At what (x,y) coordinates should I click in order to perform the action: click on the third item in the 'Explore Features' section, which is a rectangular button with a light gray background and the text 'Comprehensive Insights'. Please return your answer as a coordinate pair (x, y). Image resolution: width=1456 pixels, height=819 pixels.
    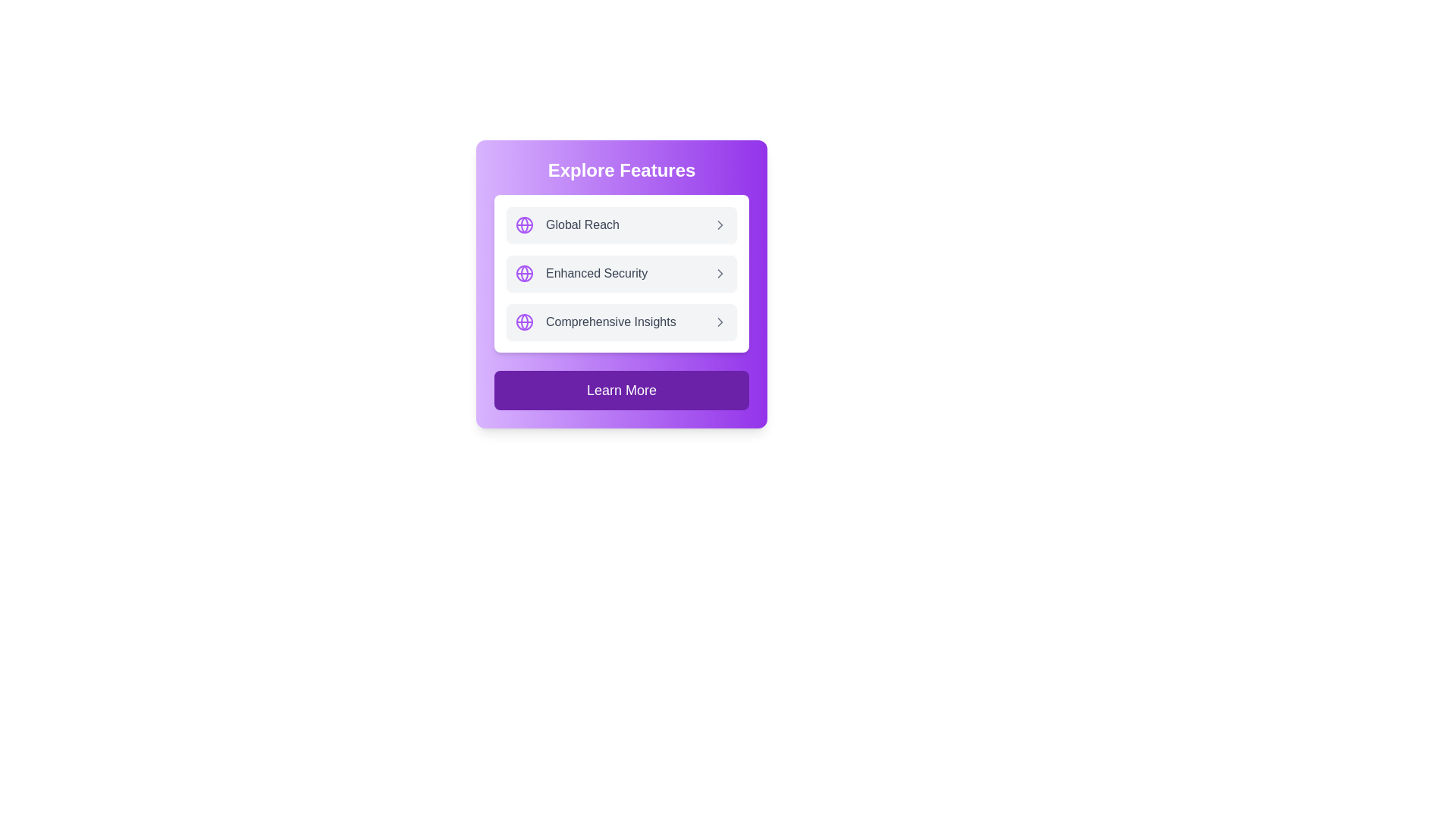
    Looking at the image, I should click on (622, 321).